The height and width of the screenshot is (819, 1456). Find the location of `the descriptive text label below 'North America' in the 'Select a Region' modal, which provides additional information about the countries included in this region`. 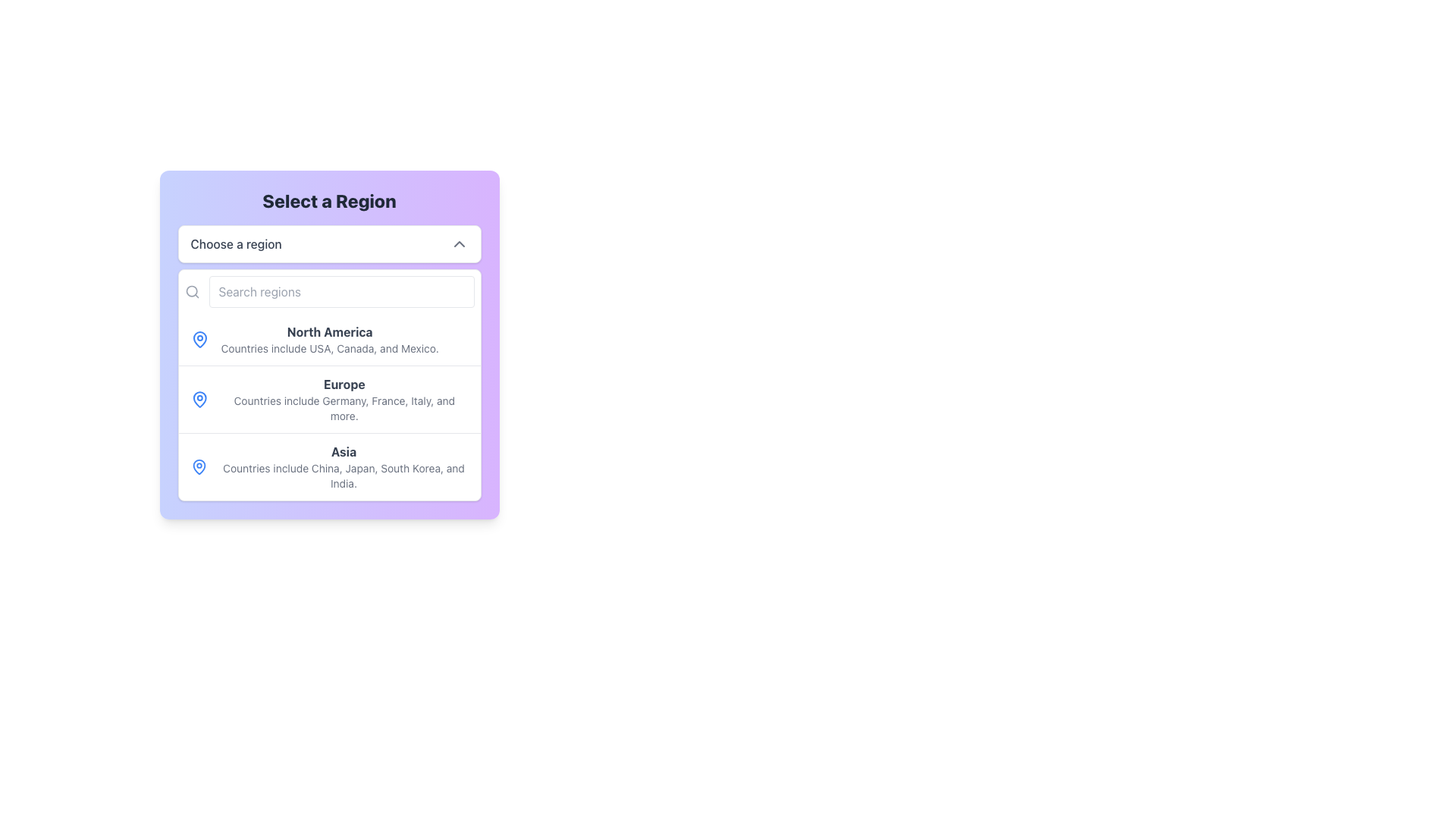

the descriptive text label below 'North America' in the 'Select a Region' modal, which provides additional information about the countries included in this region is located at coordinates (329, 348).